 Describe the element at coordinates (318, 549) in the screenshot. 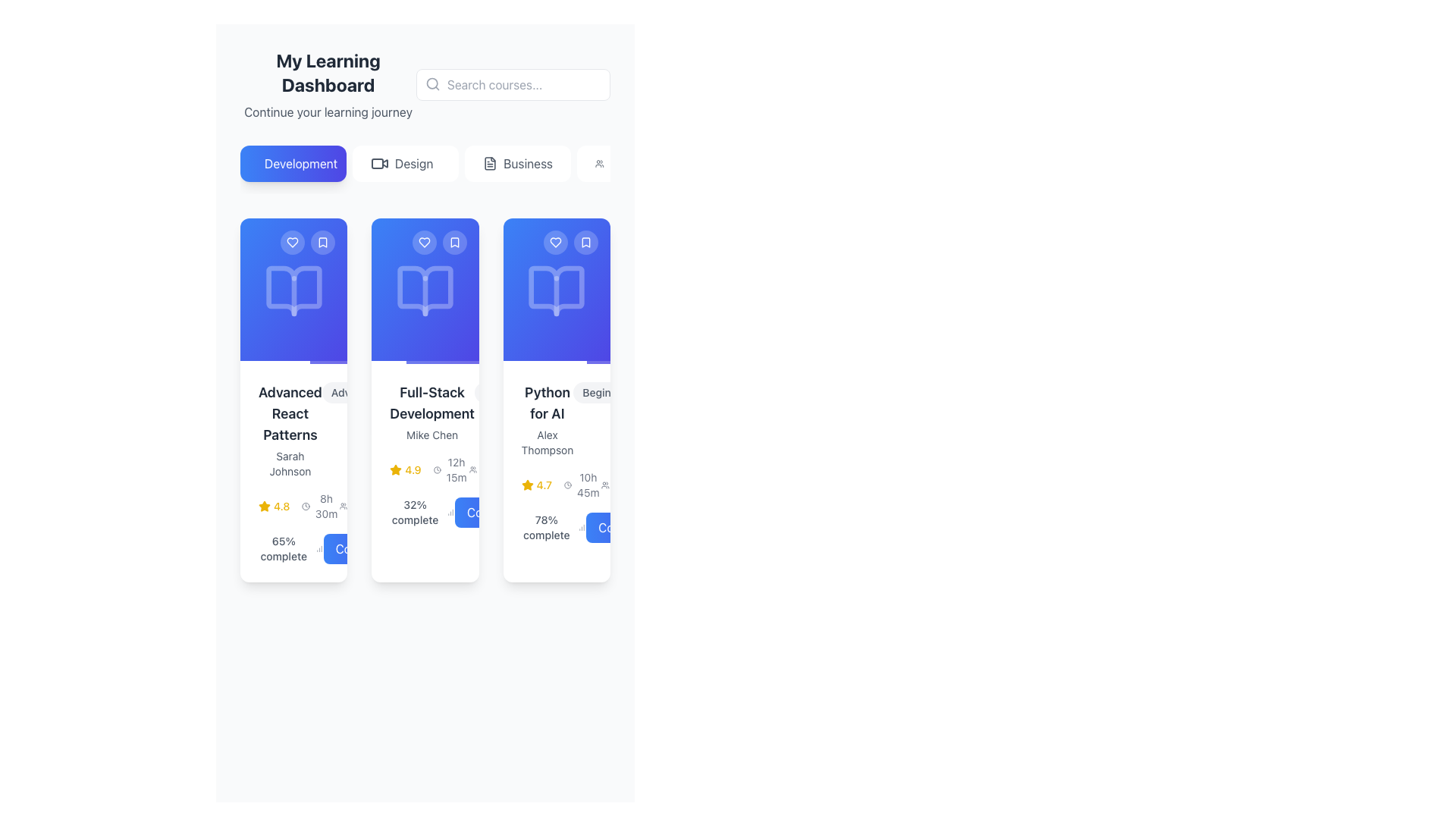

I see `the progress icon located next to the text '65% complete.'` at that location.